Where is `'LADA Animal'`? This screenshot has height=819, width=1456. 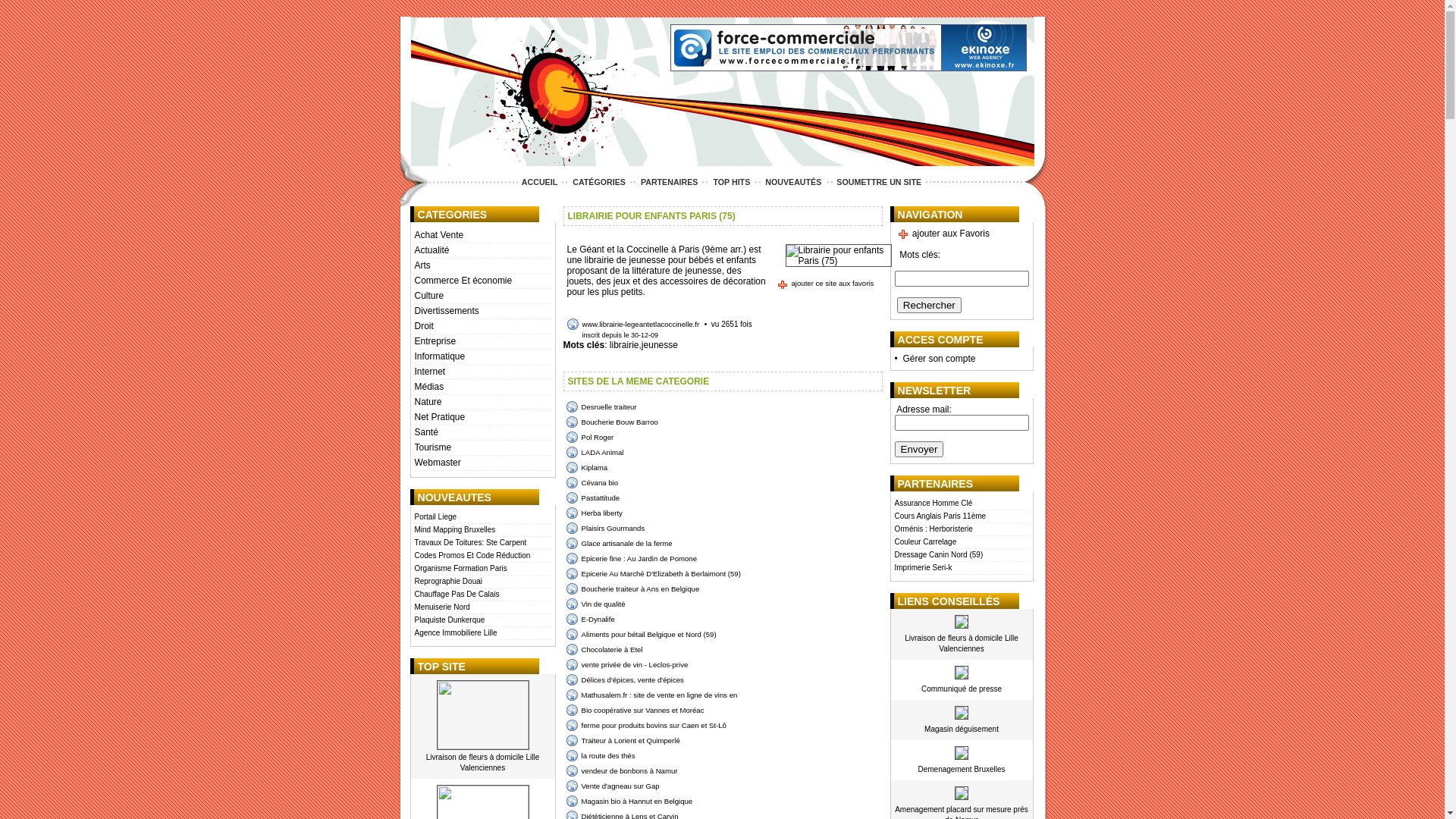 'LADA Animal' is located at coordinates (593, 451).